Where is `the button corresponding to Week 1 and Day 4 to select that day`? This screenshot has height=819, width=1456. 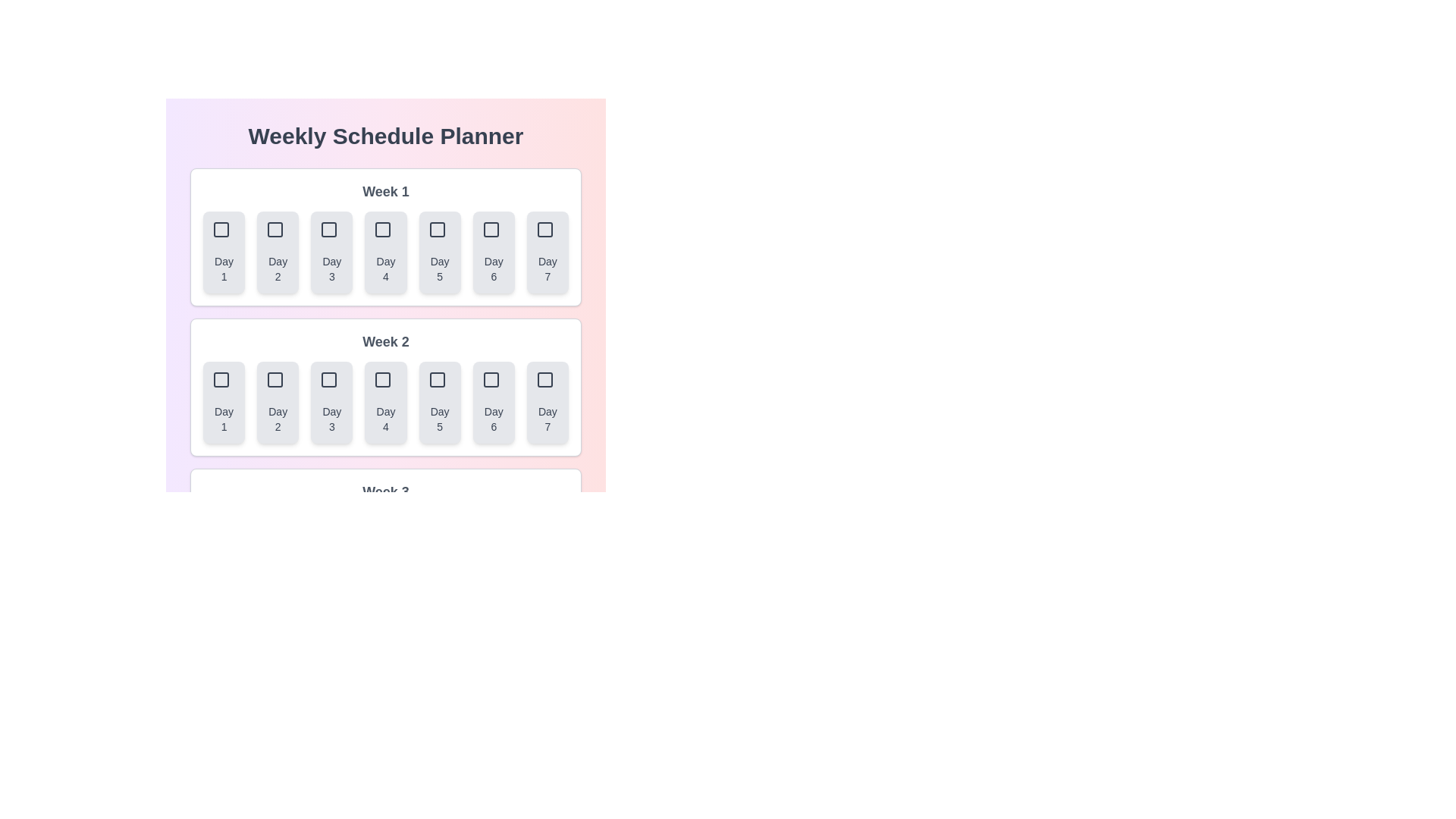
the button corresponding to Week 1 and Day 4 to select that day is located at coordinates (385, 251).